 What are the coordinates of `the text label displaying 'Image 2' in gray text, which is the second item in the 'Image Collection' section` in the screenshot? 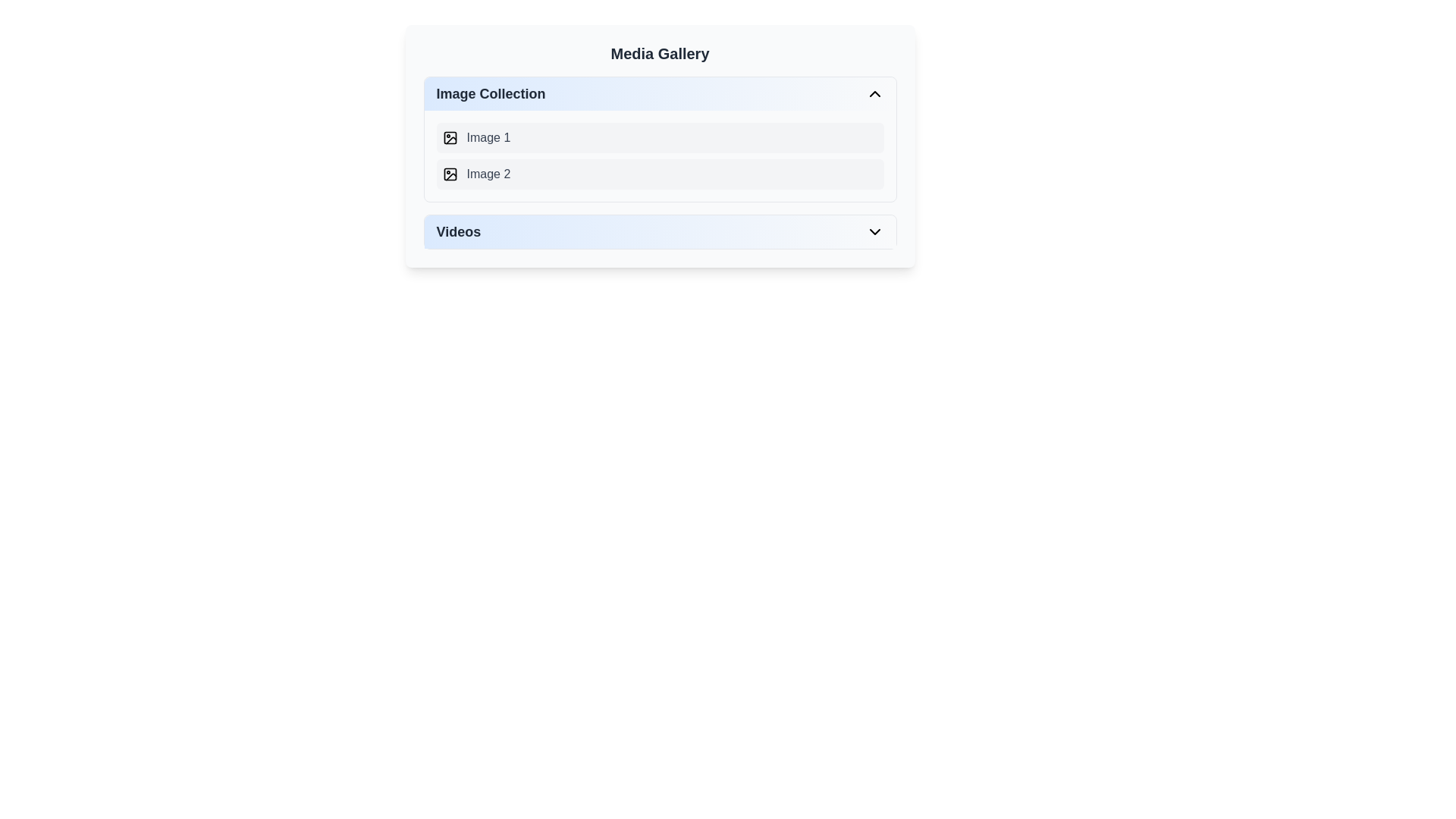 It's located at (488, 174).